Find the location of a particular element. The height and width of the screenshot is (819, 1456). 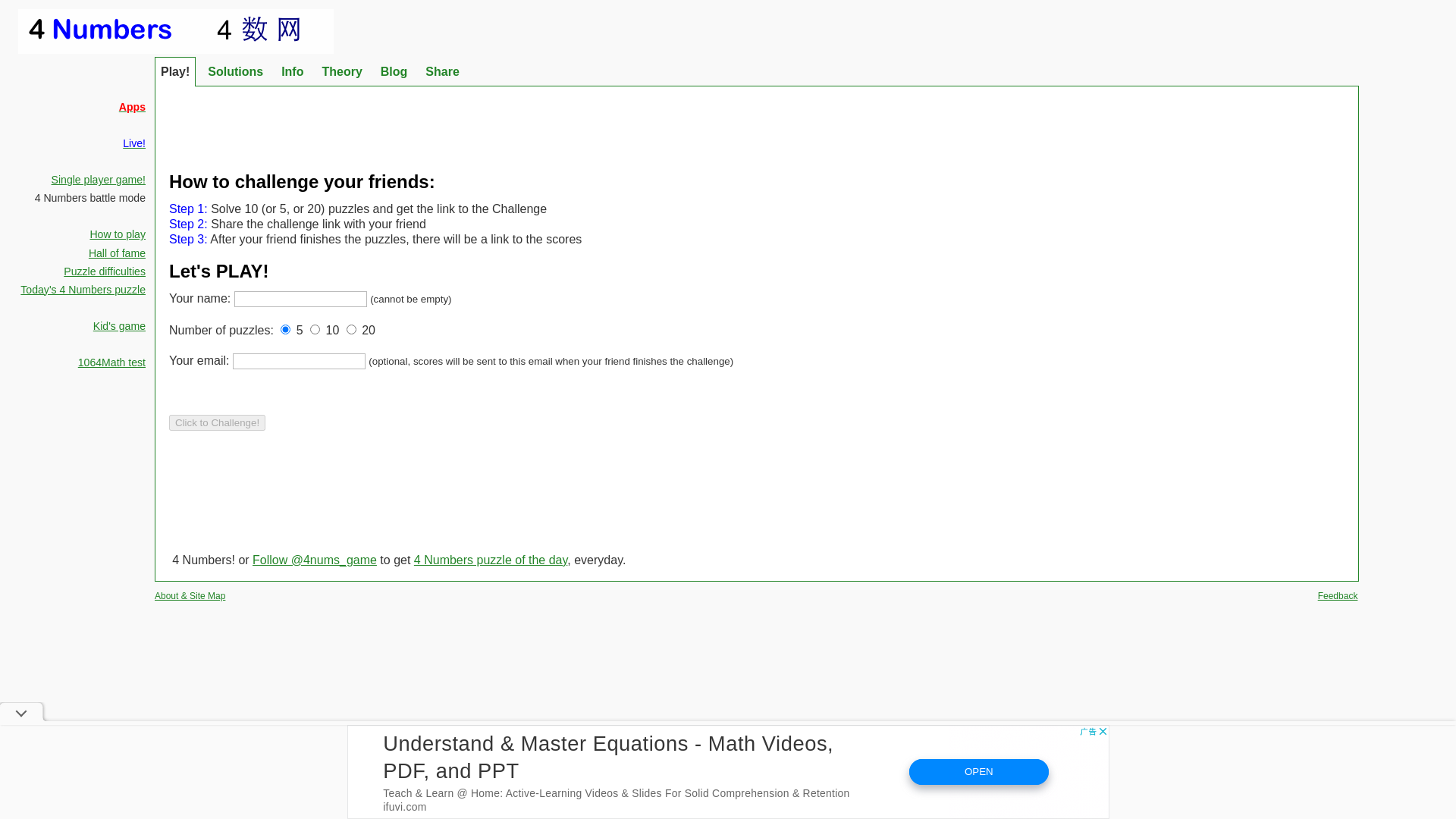

'Theory' is located at coordinates (315, 72).